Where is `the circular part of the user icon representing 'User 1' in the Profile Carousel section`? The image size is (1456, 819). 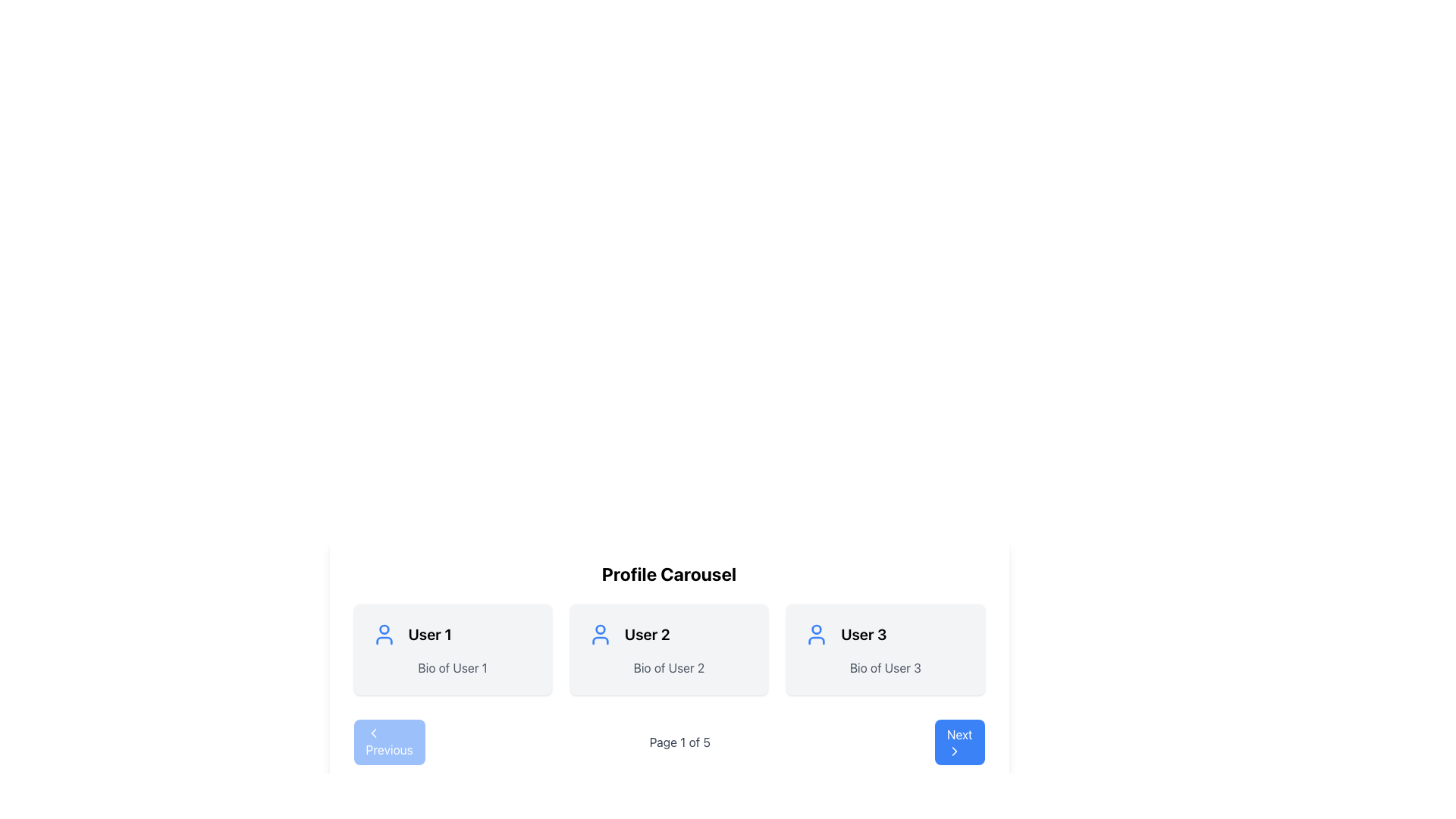 the circular part of the user icon representing 'User 1' in the Profile Carousel section is located at coordinates (384, 629).